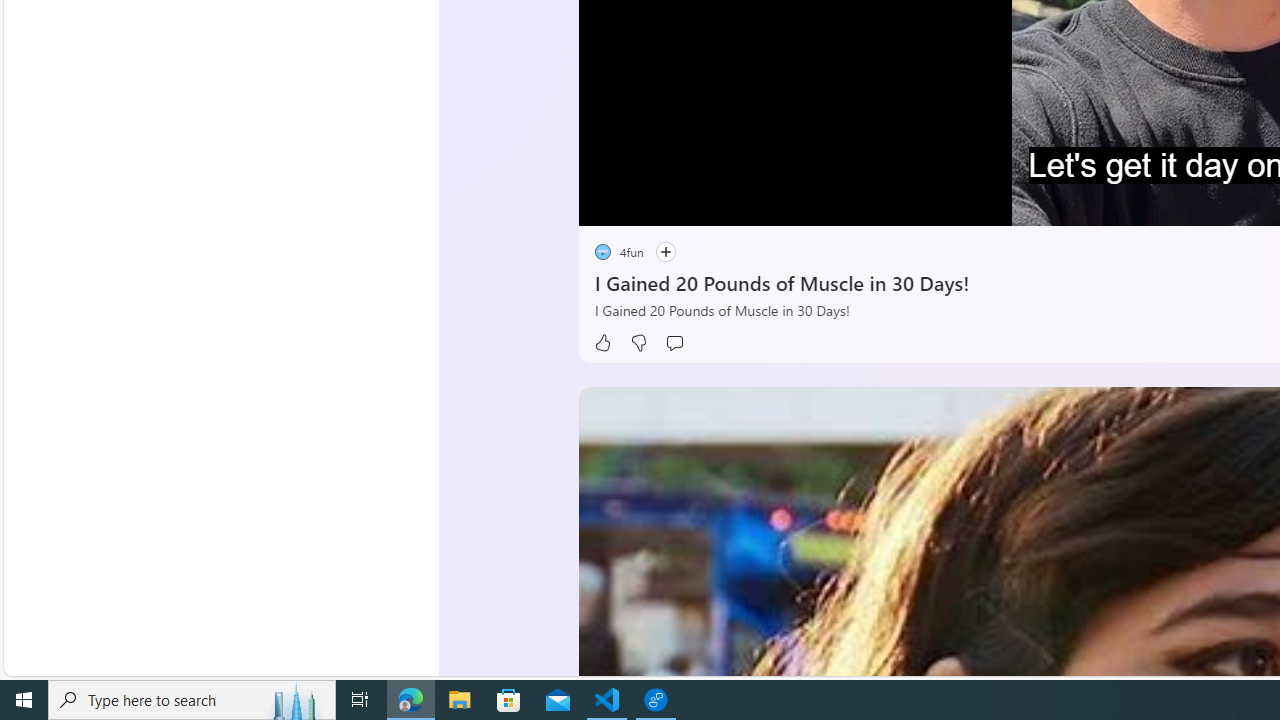 Image resolution: width=1280 pixels, height=720 pixels. I want to click on 'Follow', so click(665, 251).